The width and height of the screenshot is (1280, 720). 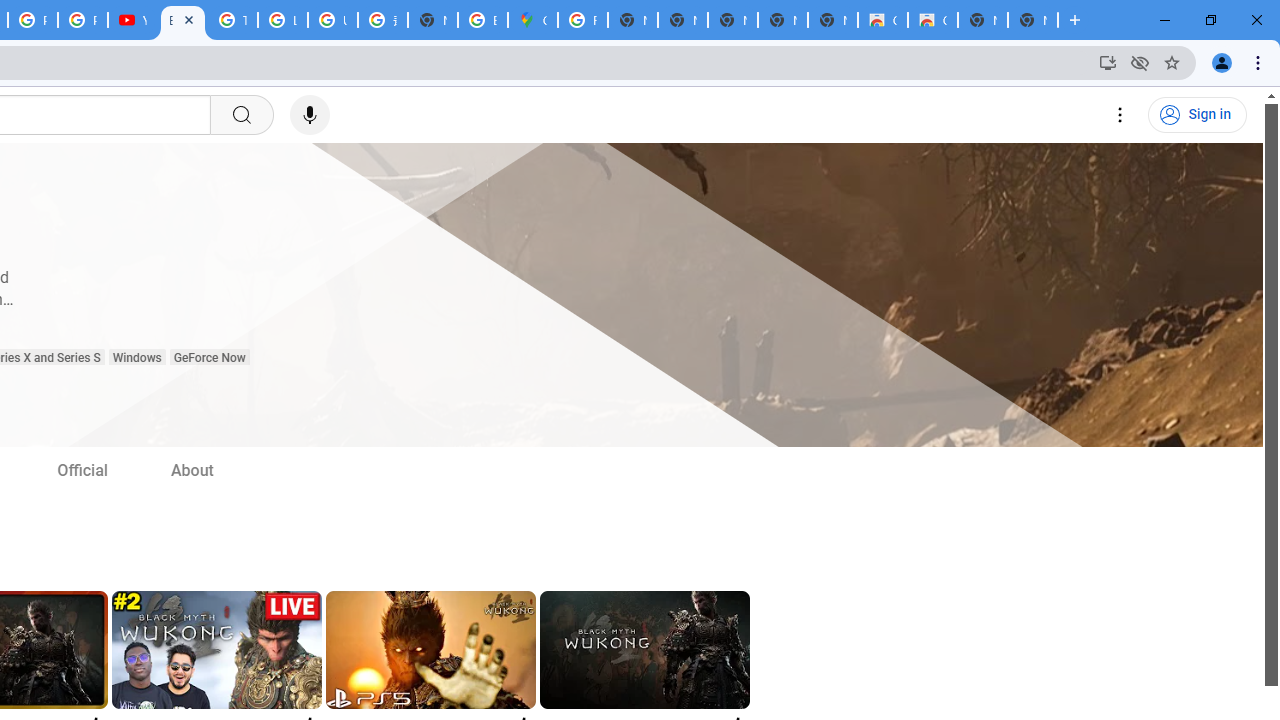 I want to click on 'Windows', so click(x=135, y=357).